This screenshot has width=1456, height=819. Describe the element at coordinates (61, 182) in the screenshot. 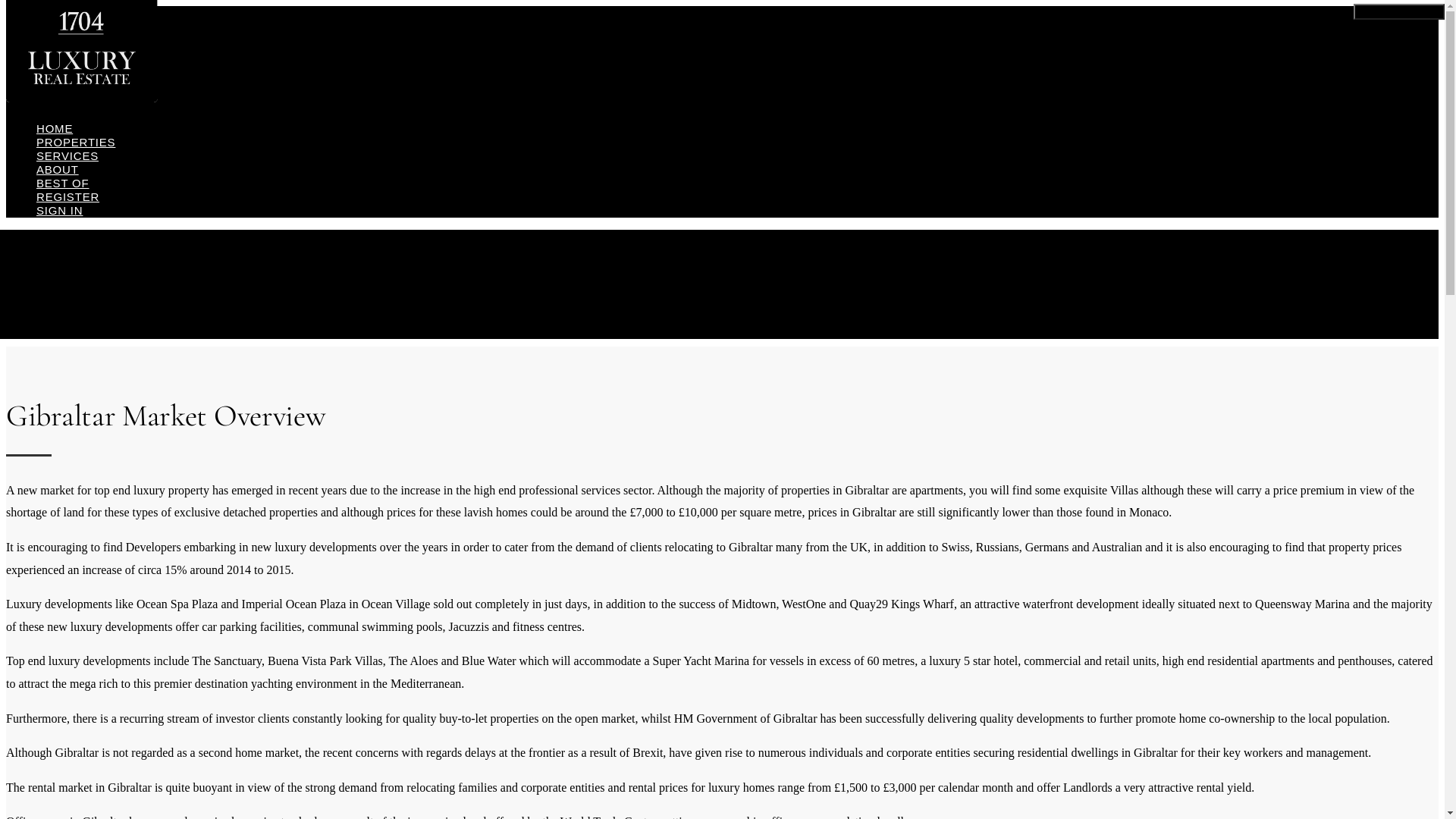

I see `'BEST OF'` at that location.